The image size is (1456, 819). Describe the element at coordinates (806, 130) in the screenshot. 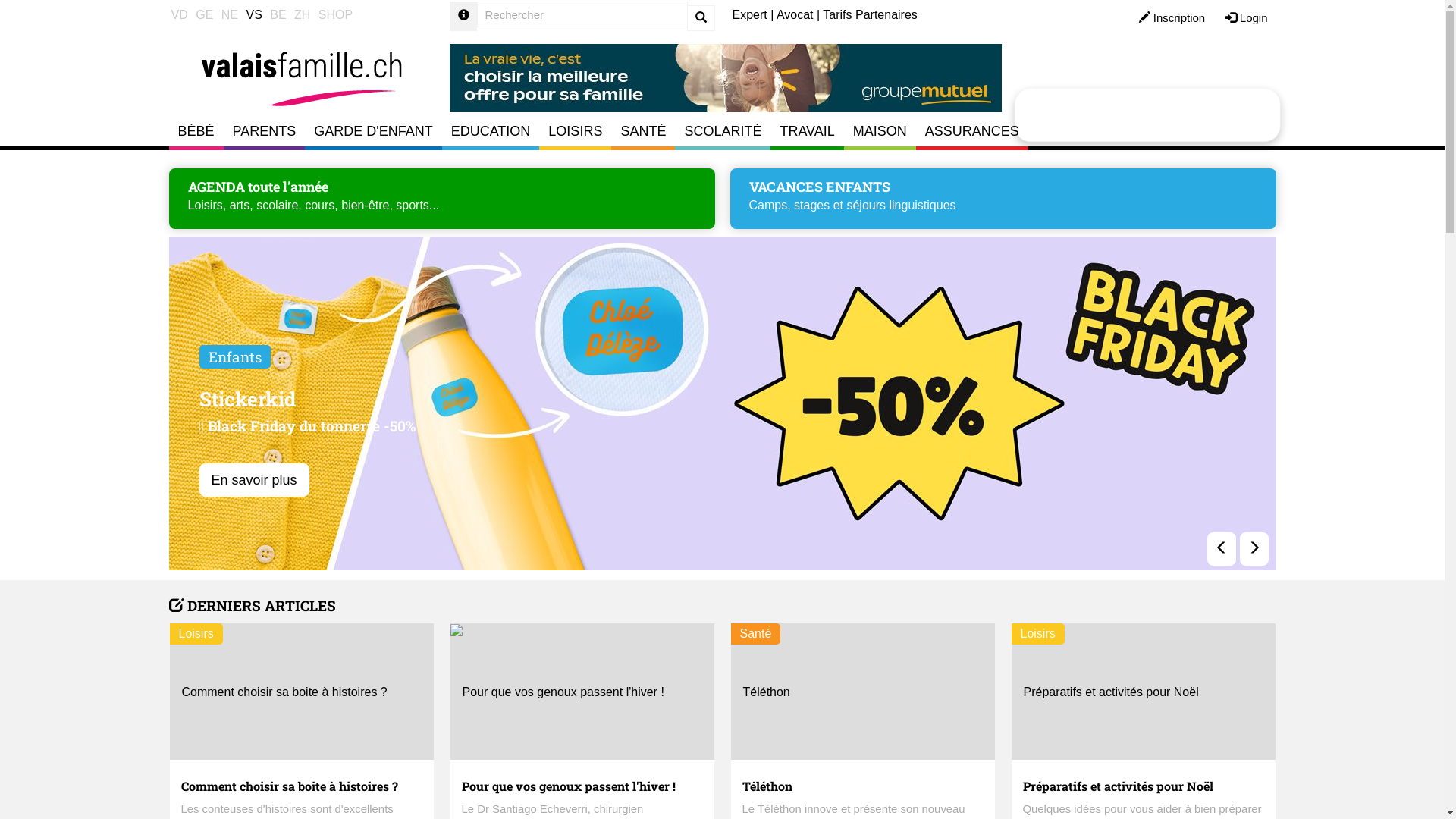

I see `'TRAVAIL'` at that location.